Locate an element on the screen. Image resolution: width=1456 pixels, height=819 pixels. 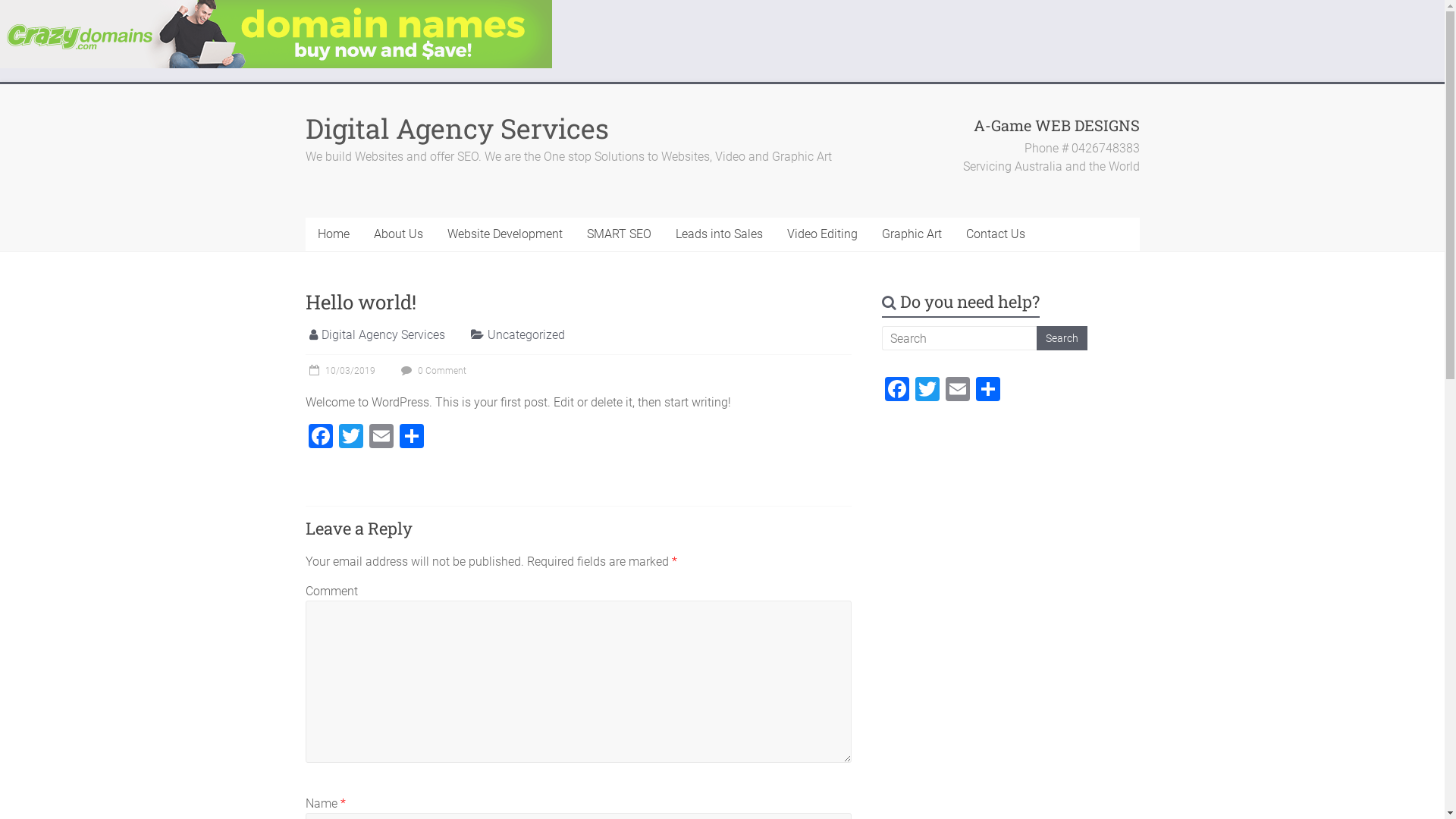
'Home' is located at coordinates (331, 234).